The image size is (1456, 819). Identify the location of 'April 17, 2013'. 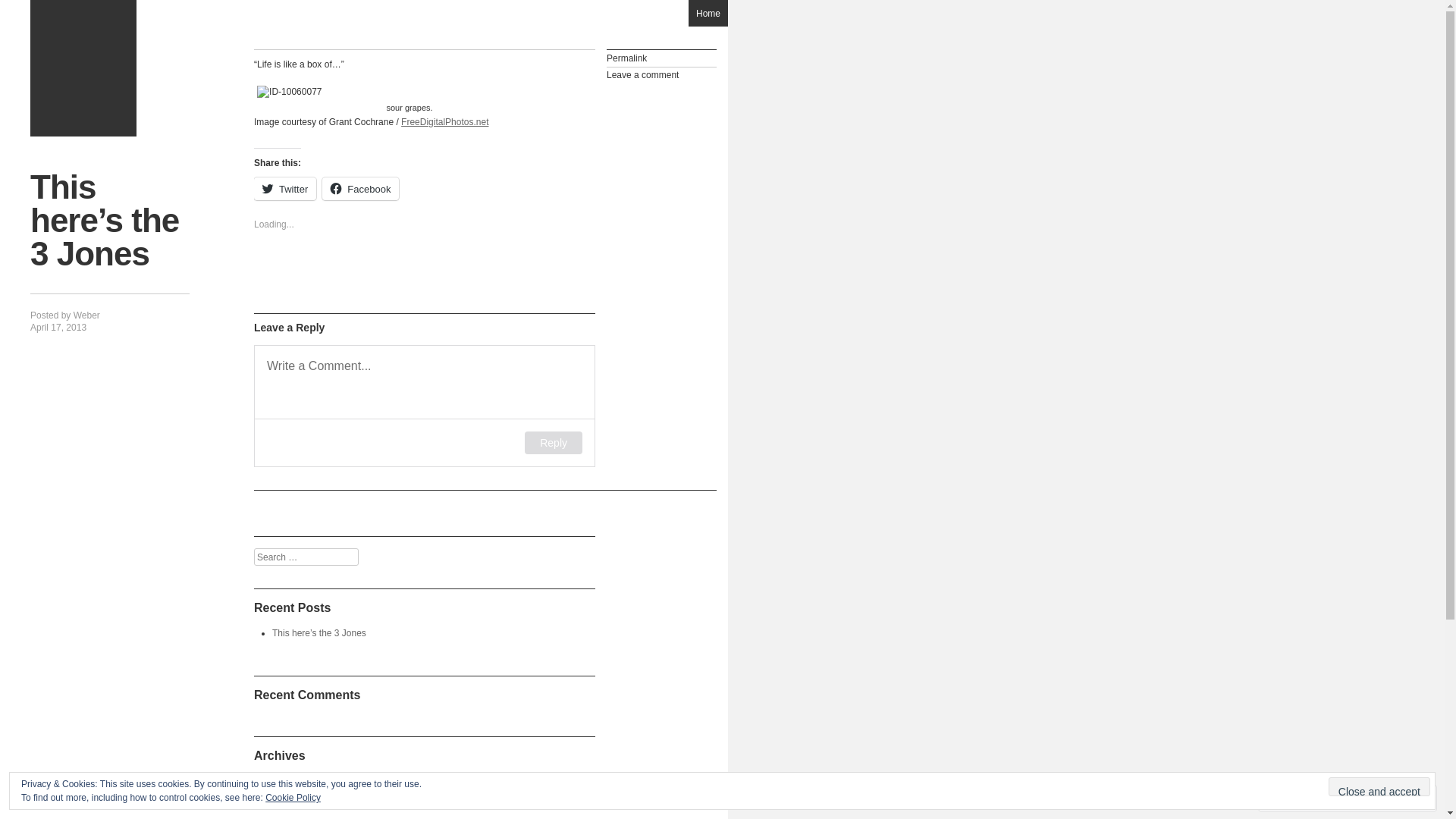
(58, 327).